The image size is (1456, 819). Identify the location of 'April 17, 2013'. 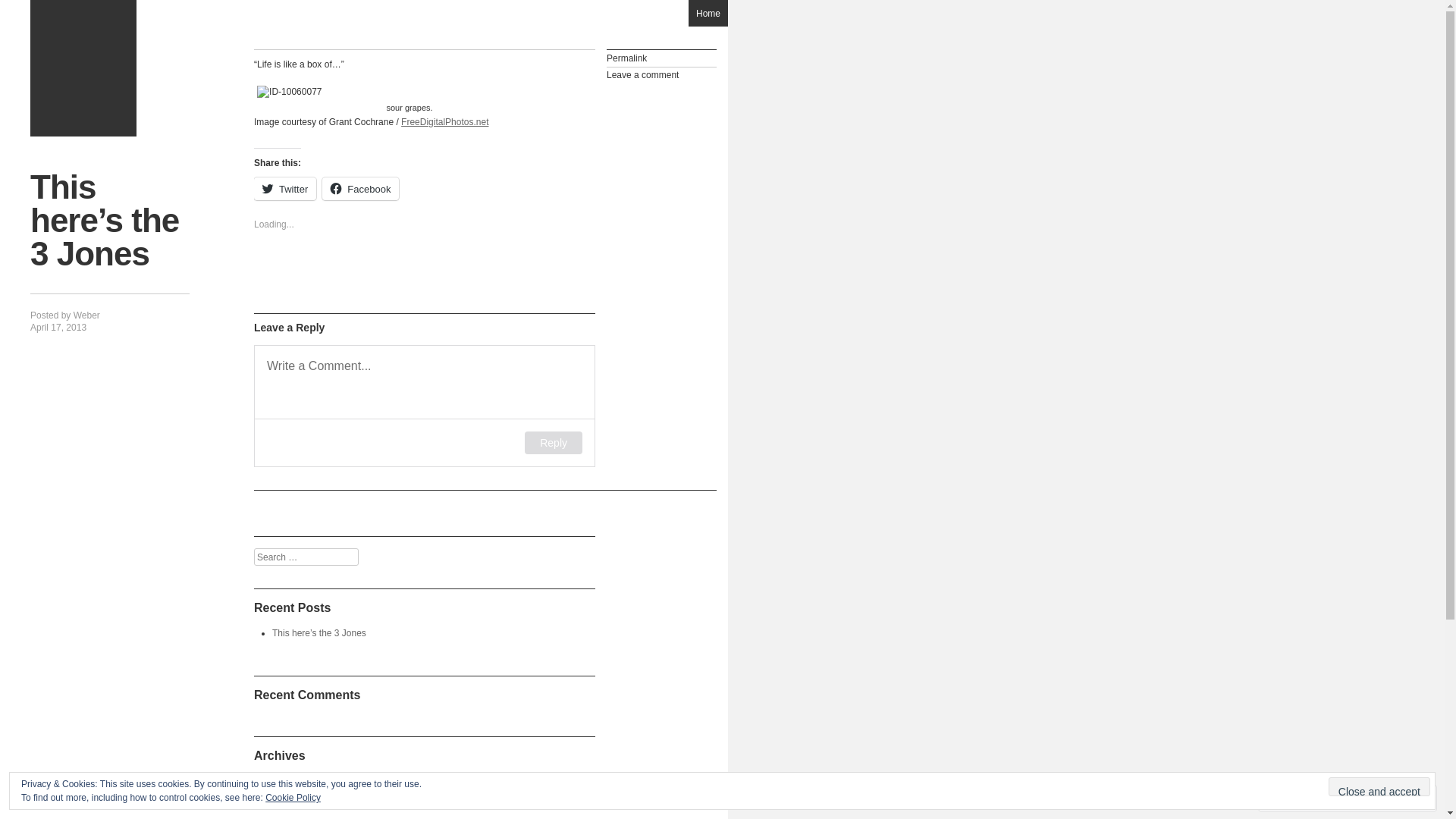
(58, 327).